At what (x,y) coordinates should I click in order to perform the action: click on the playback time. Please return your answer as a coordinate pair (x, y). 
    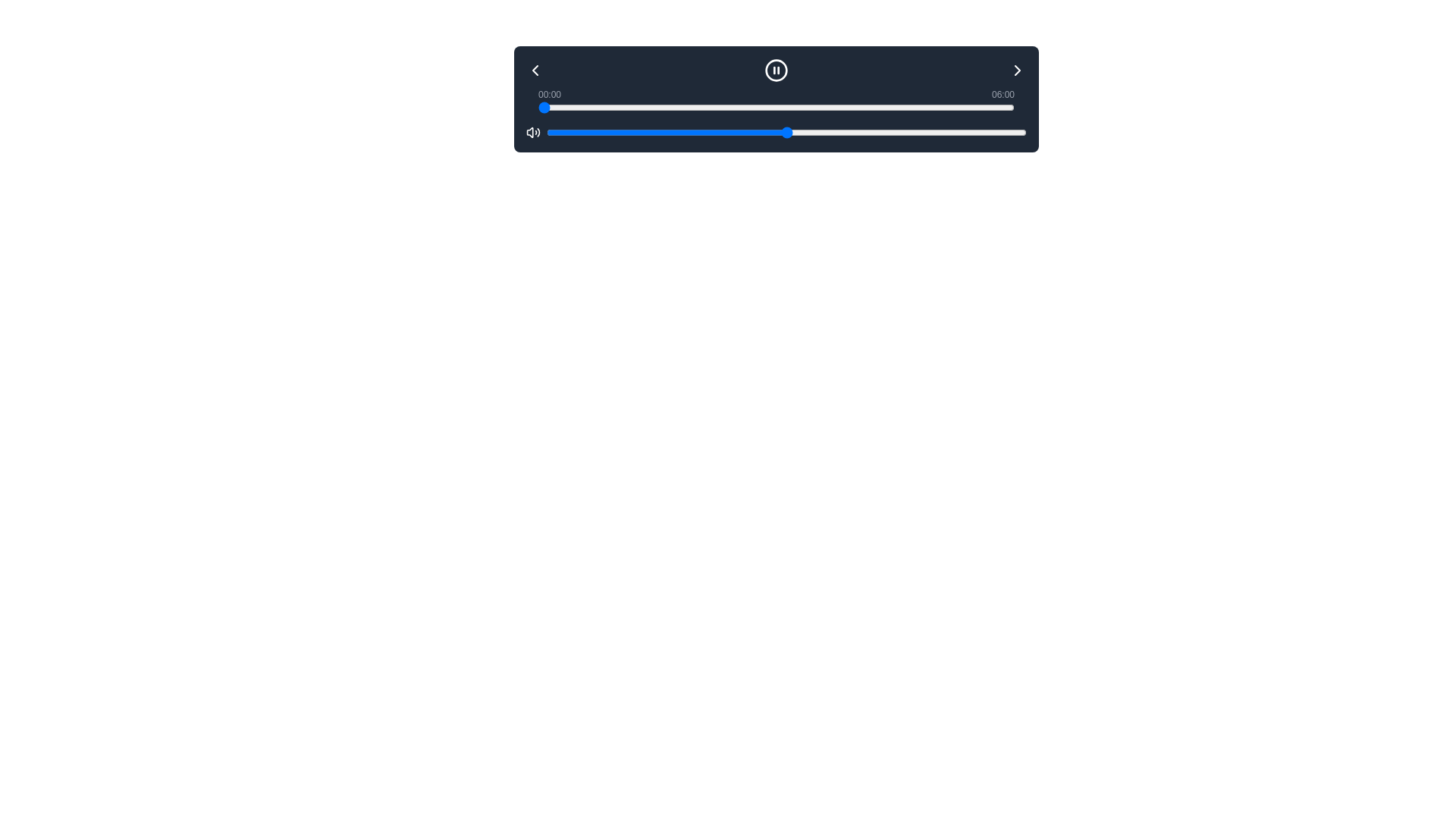
    Looking at the image, I should click on (994, 107).